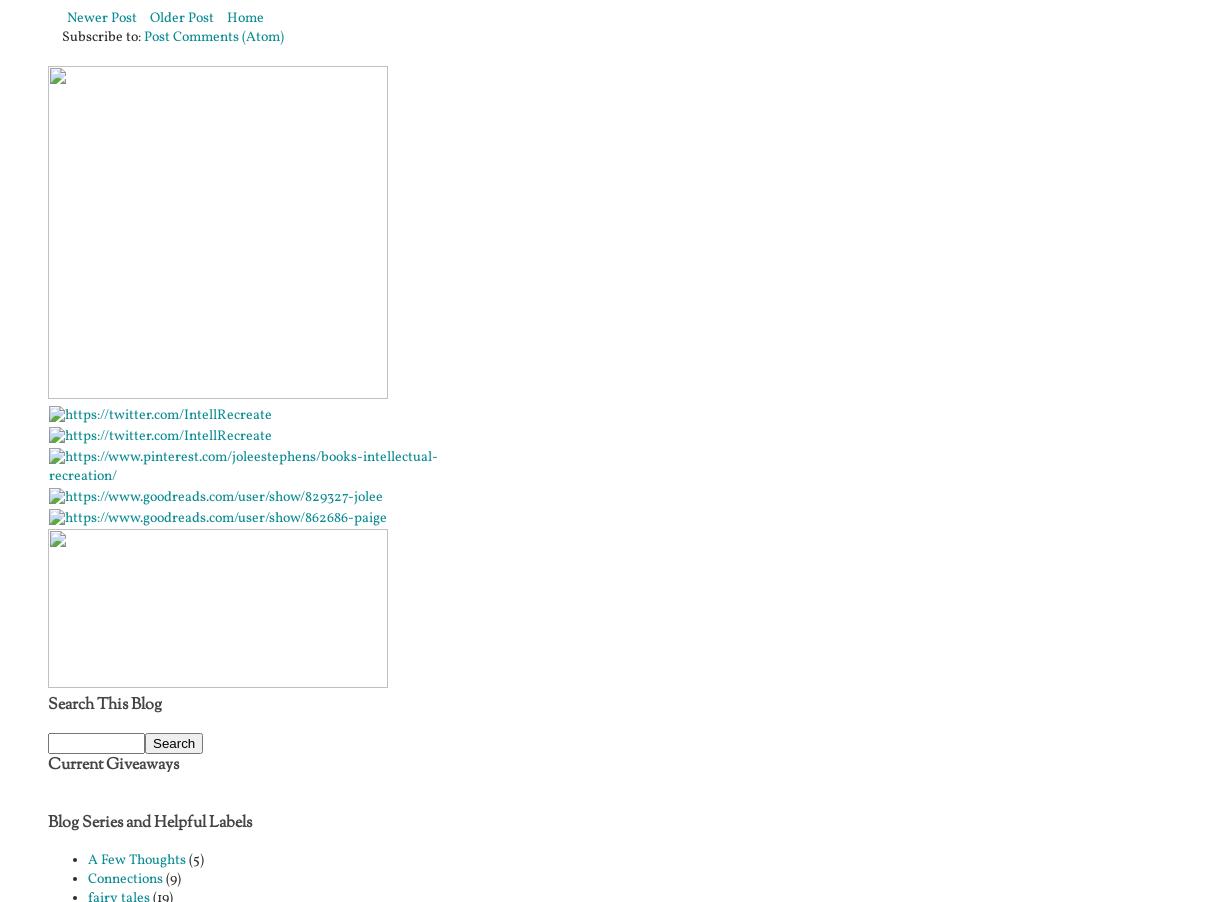 Image resolution: width=1208 pixels, height=902 pixels. I want to click on 'Newer Post', so click(66, 16).